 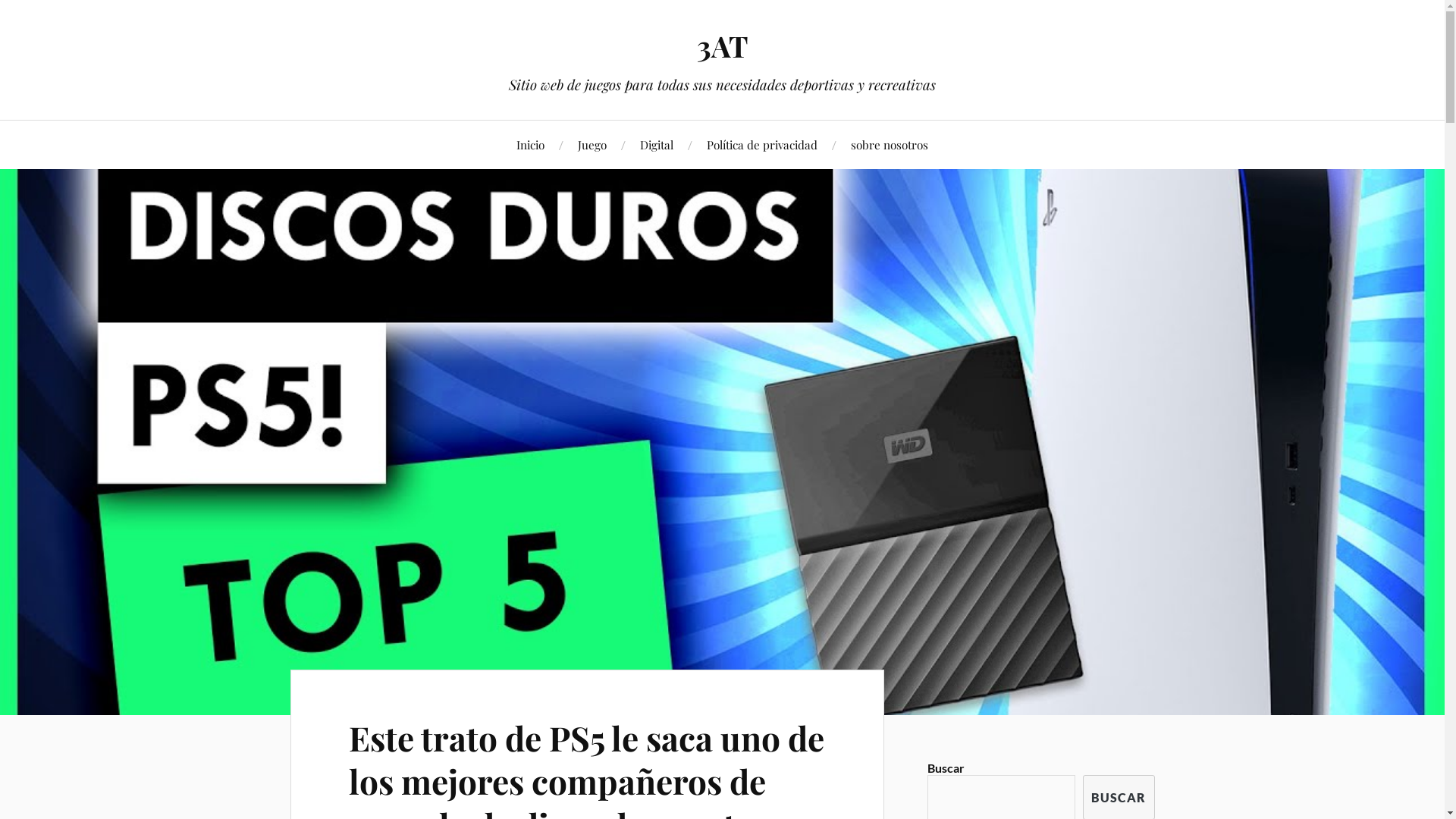 I want to click on 'sobre nosotros', so click(x=889, y=144).